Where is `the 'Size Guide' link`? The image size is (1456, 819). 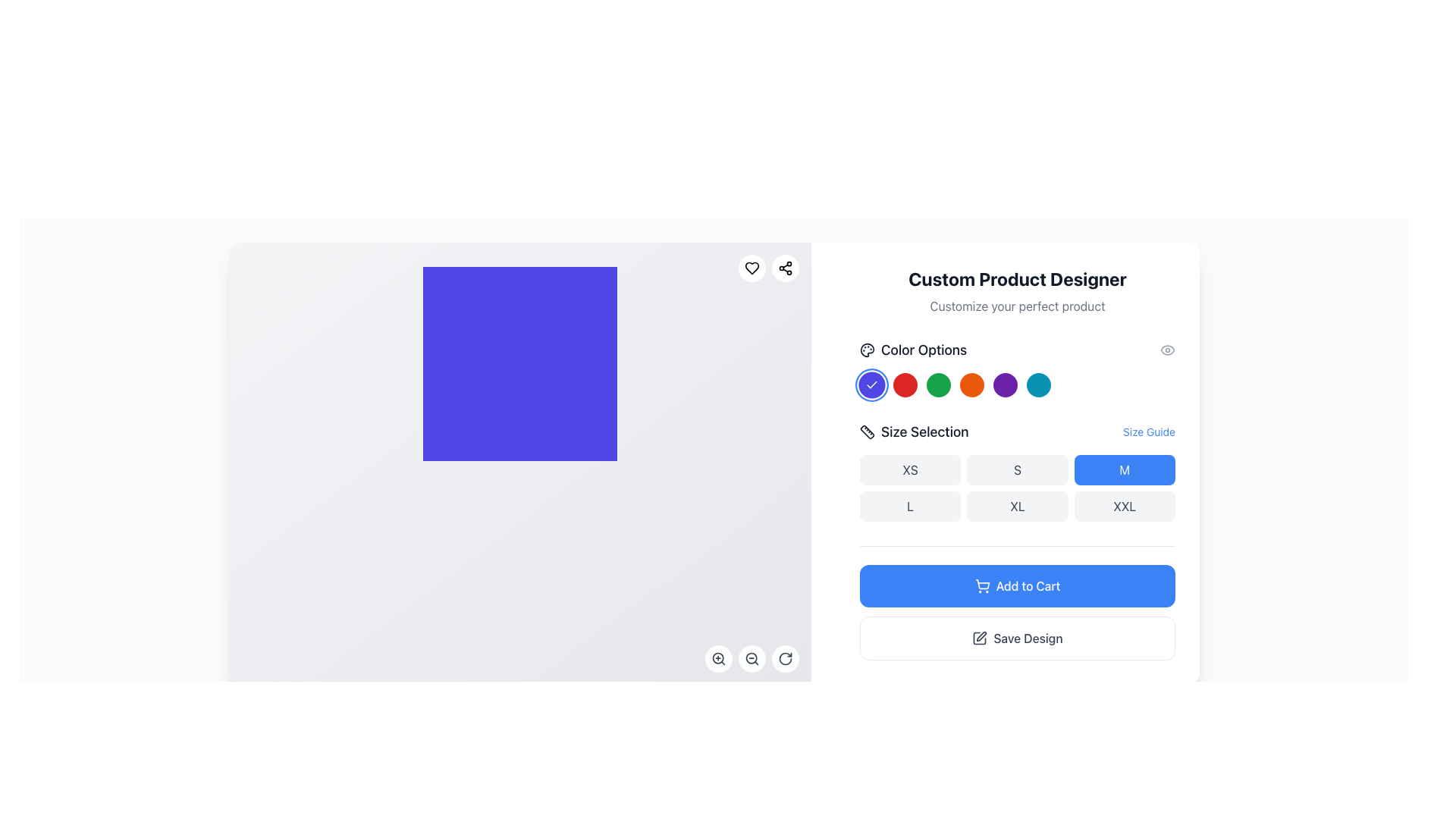 the 'Size Guide' link is located at coordinates (1149, 432).